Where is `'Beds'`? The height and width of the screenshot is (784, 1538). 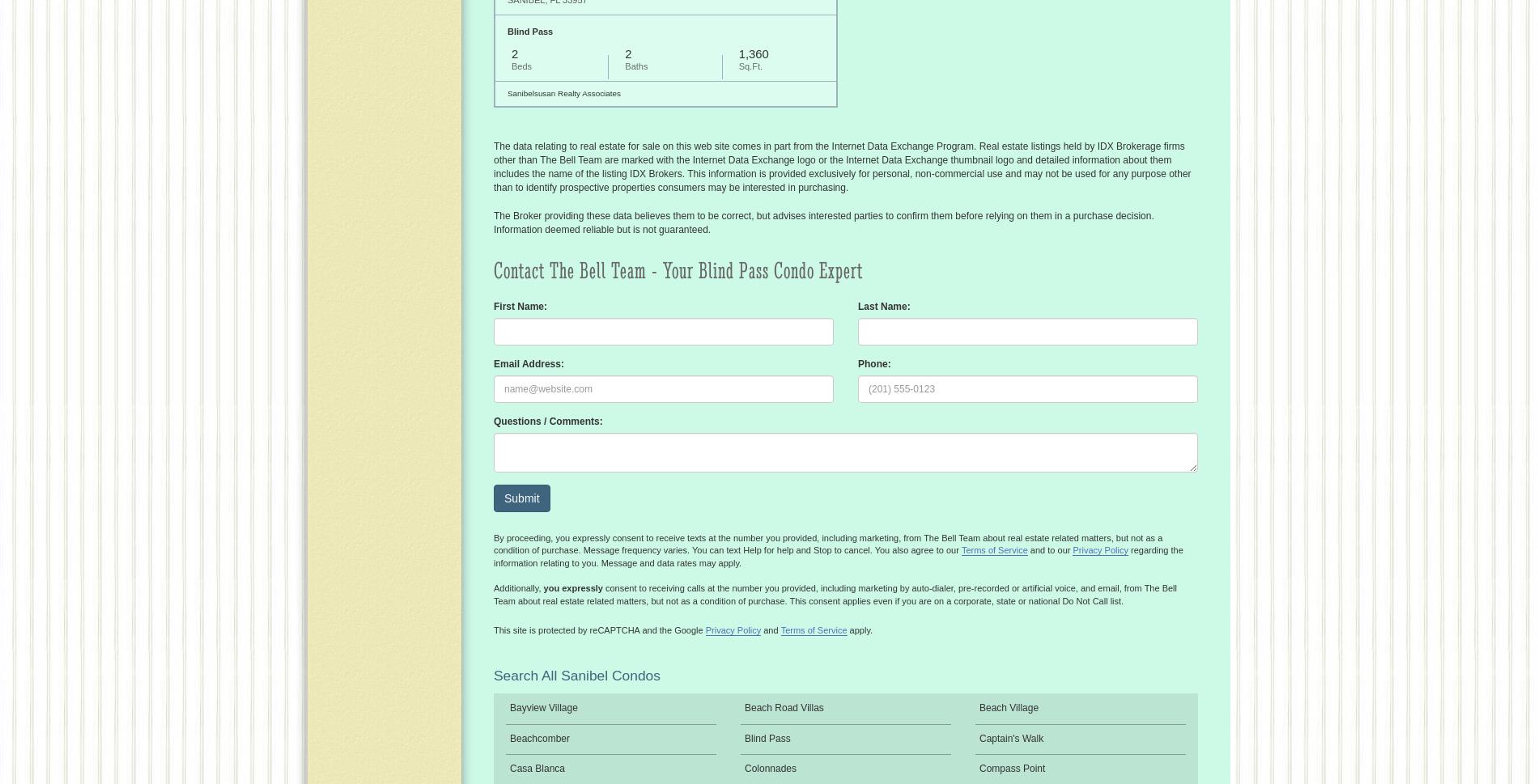
'Beds' is located at coordinates (521, 65).